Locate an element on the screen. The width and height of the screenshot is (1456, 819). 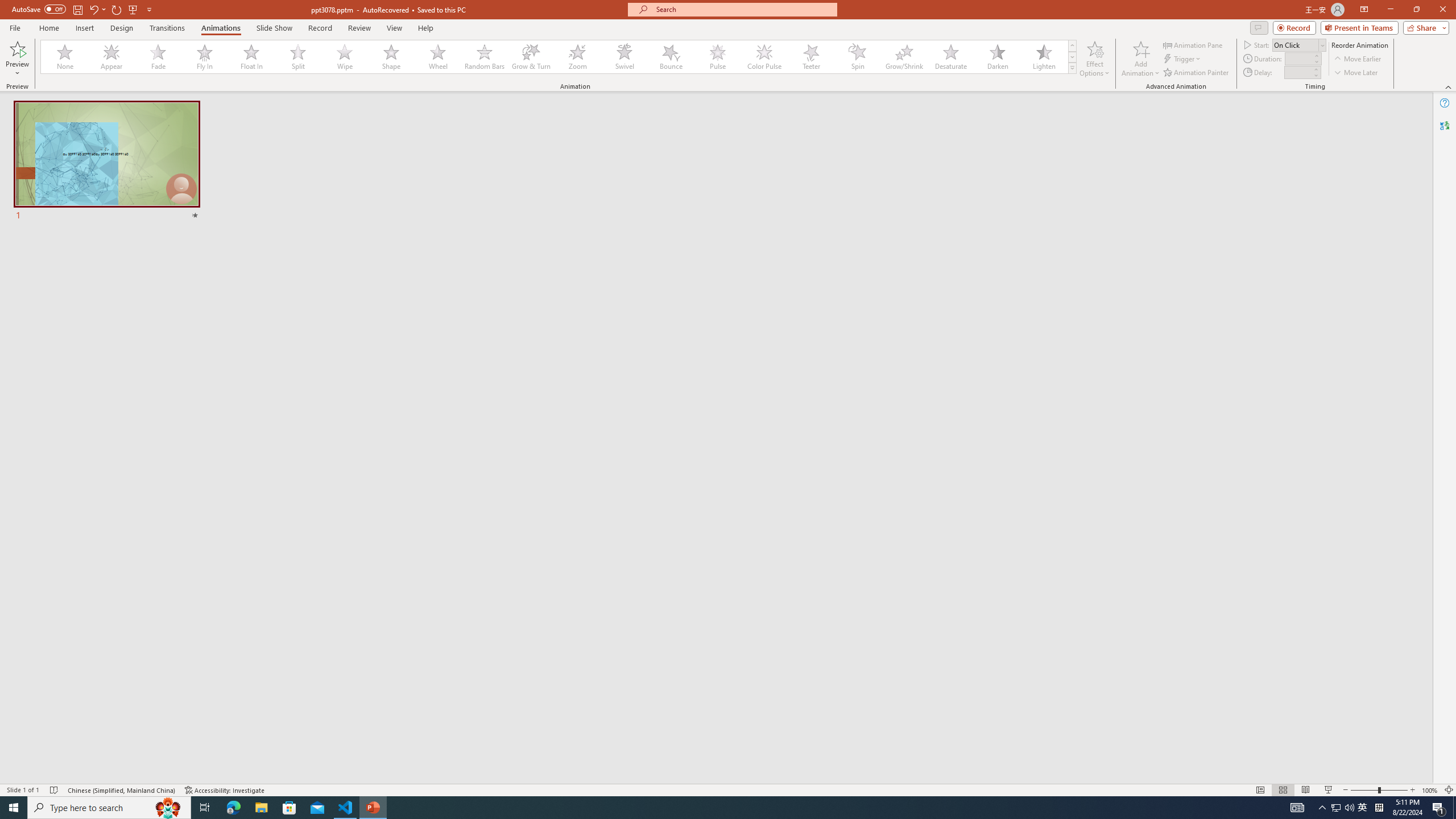
'Zoom 100%' is located at coordinates (1430, 790).